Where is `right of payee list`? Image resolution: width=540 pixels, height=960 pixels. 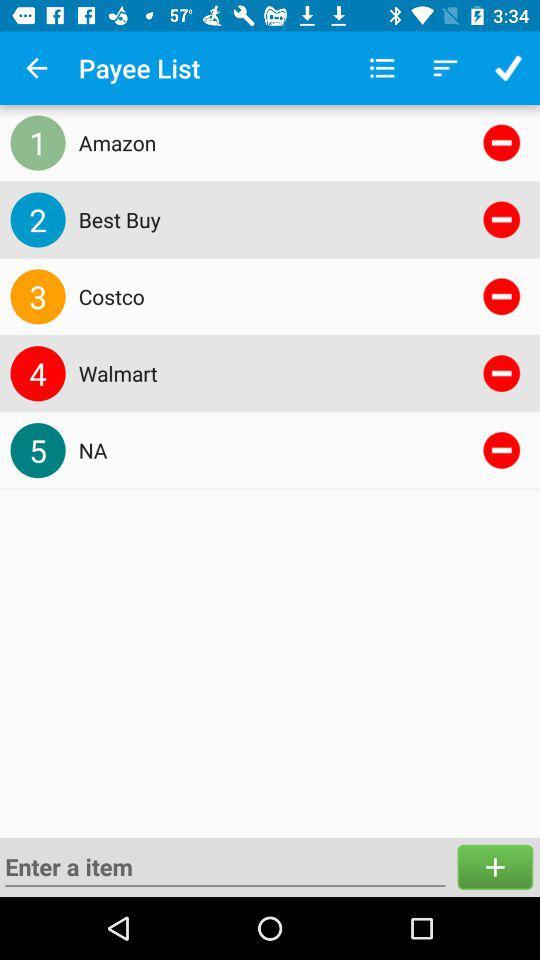 right of payee list is located at coordinates (382, 68).